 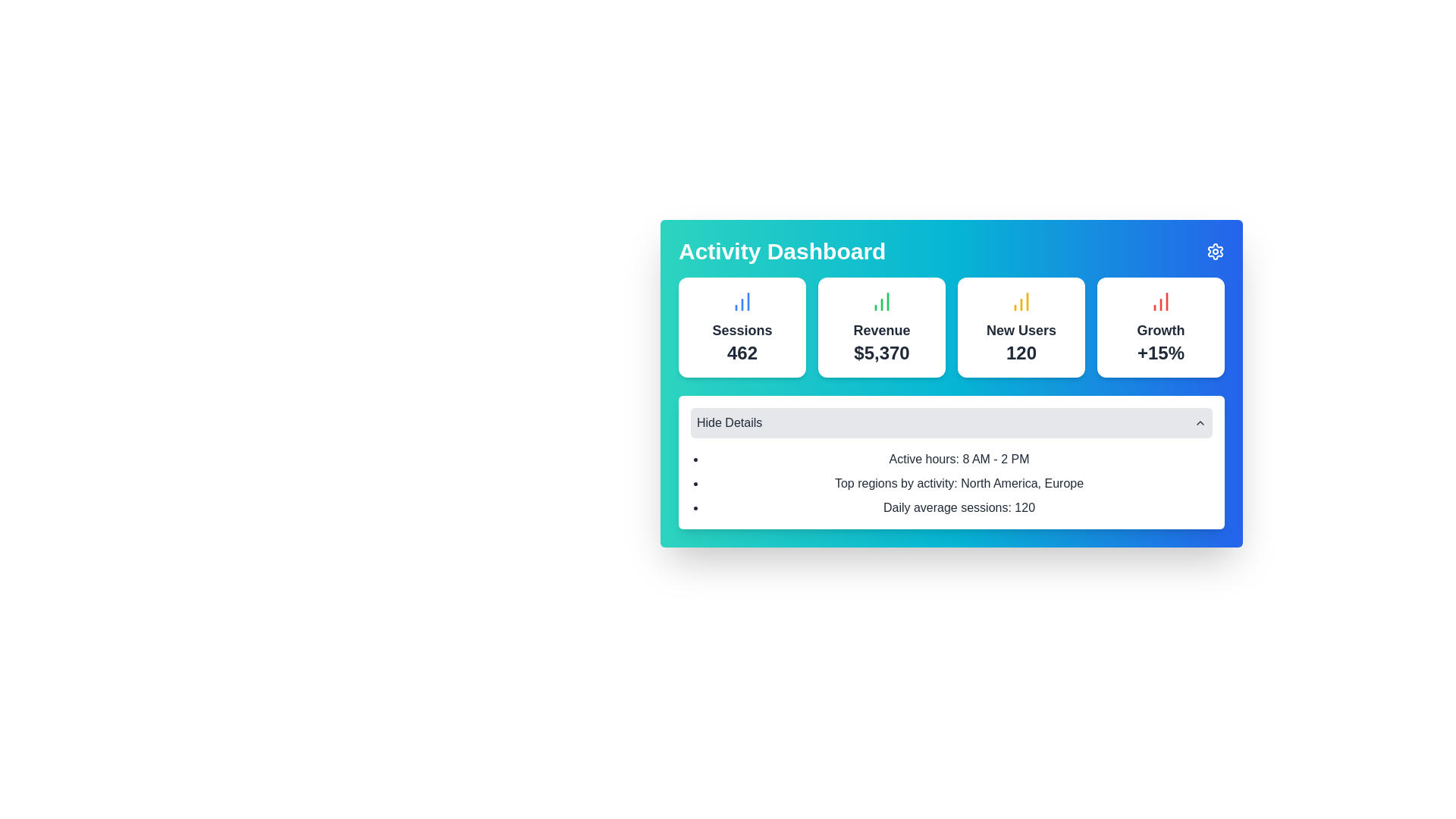 I want to click on the Text label displaying the percentage value in the 'Growth' section of the dashboard, located directly below the text 'Growth', so click(x=1160, y=353).